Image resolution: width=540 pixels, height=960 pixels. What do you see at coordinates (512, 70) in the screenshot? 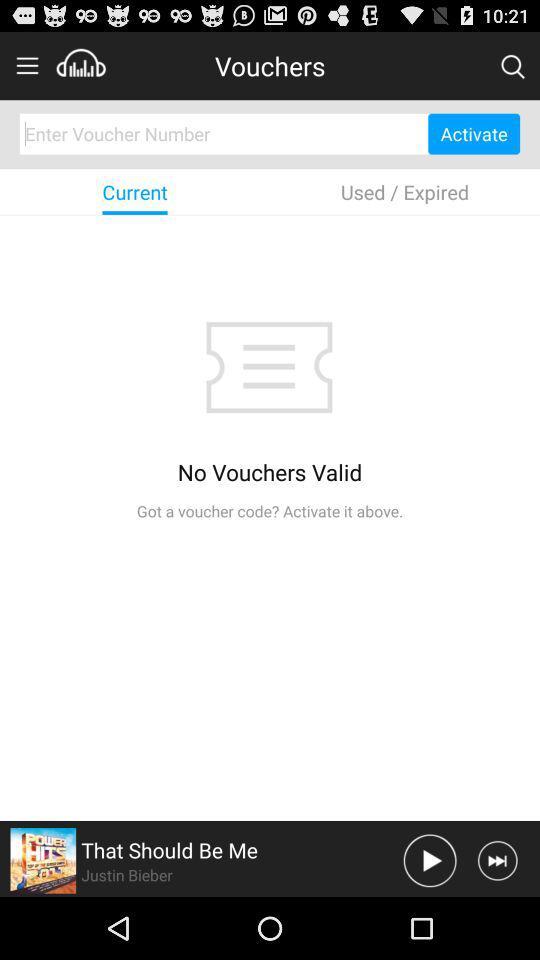
I see `the search icon` at bounding box center [512, 70].